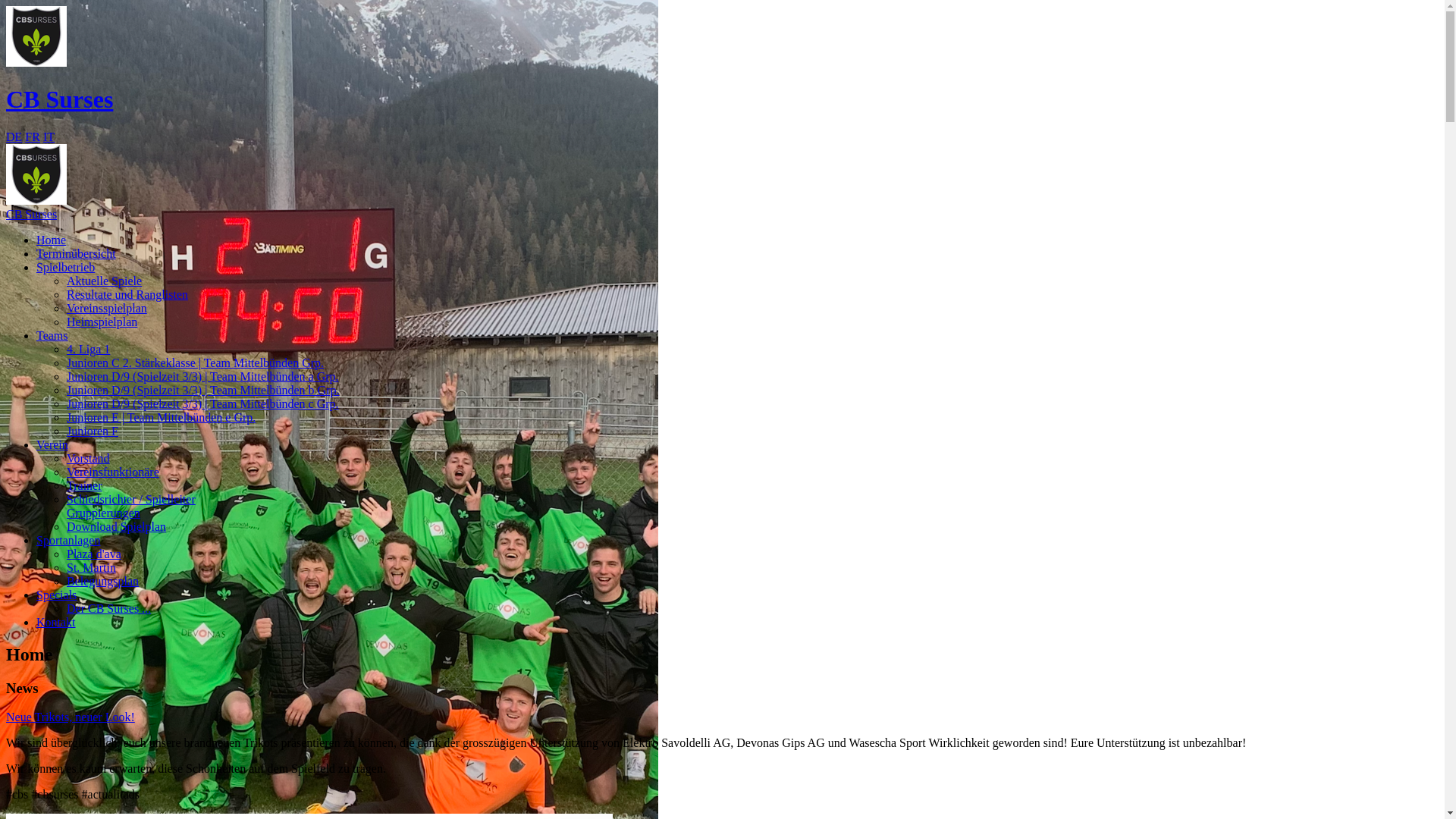 This screenshot has height=819, width=1456. What do you see at coordinates (64, 266) in the screenshot?
I see `'Spielbetrieb'` at bounding box center [64, 266].